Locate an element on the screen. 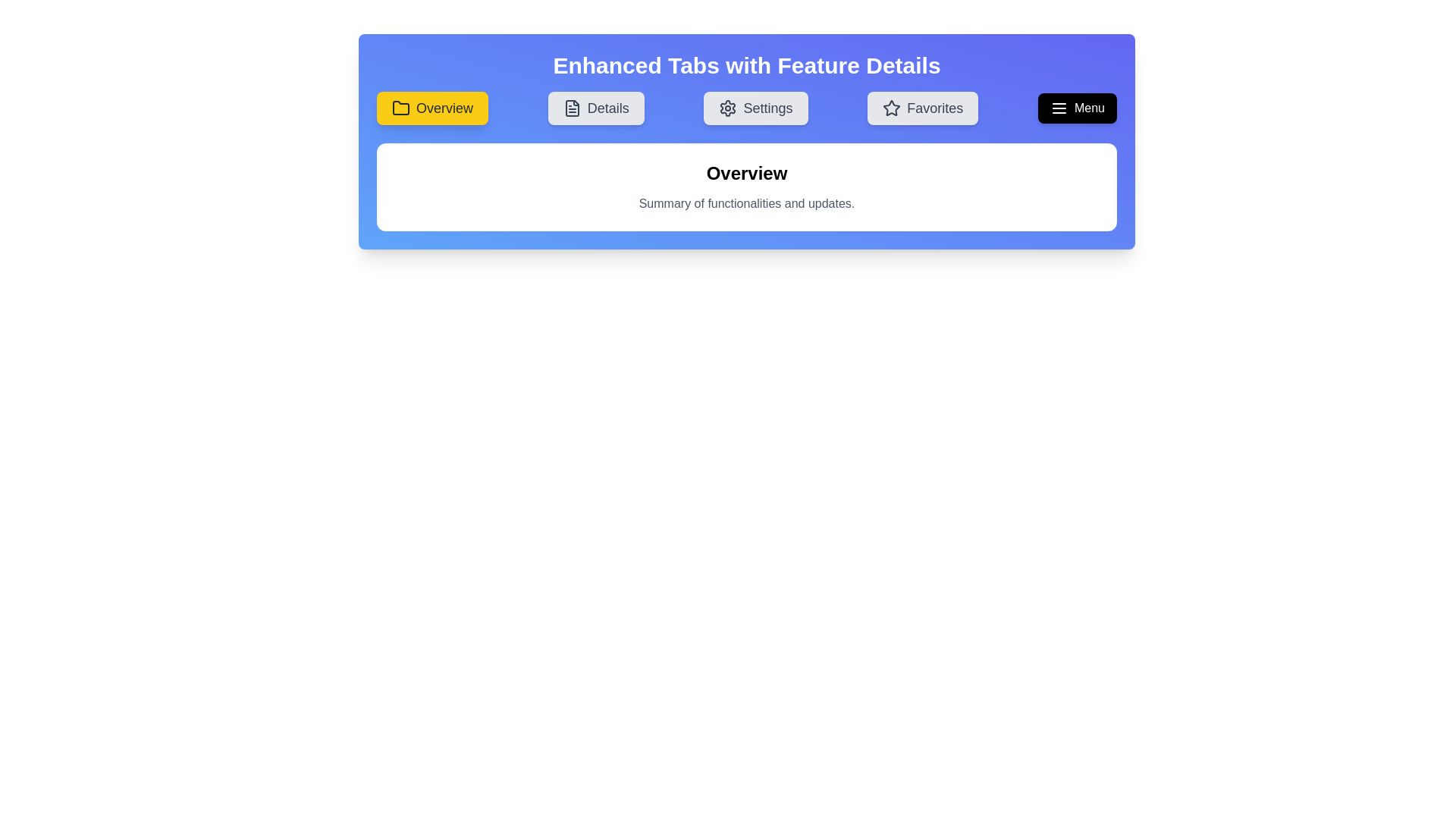 The width and height of the screenshot is (1456, 819). the 'Overview' button containing the folder icon, which is represented as an SVG graphic with a dark stroke color on a yellow background is located at coordinates (400, 107).